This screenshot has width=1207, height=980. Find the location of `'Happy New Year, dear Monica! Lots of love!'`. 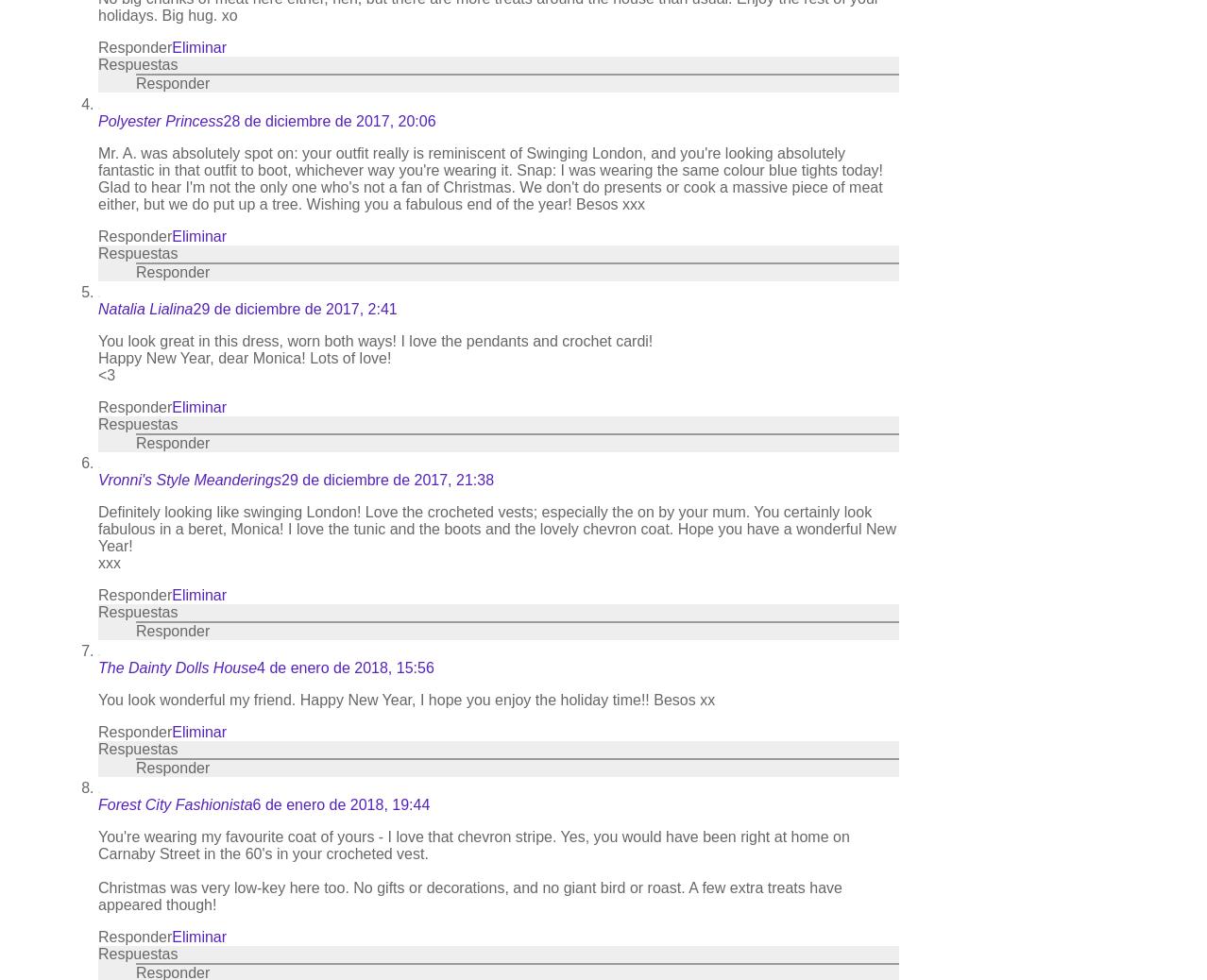

'Happy New Year, dear Monica! Lots of love!' is located at coordinates (97, 357).